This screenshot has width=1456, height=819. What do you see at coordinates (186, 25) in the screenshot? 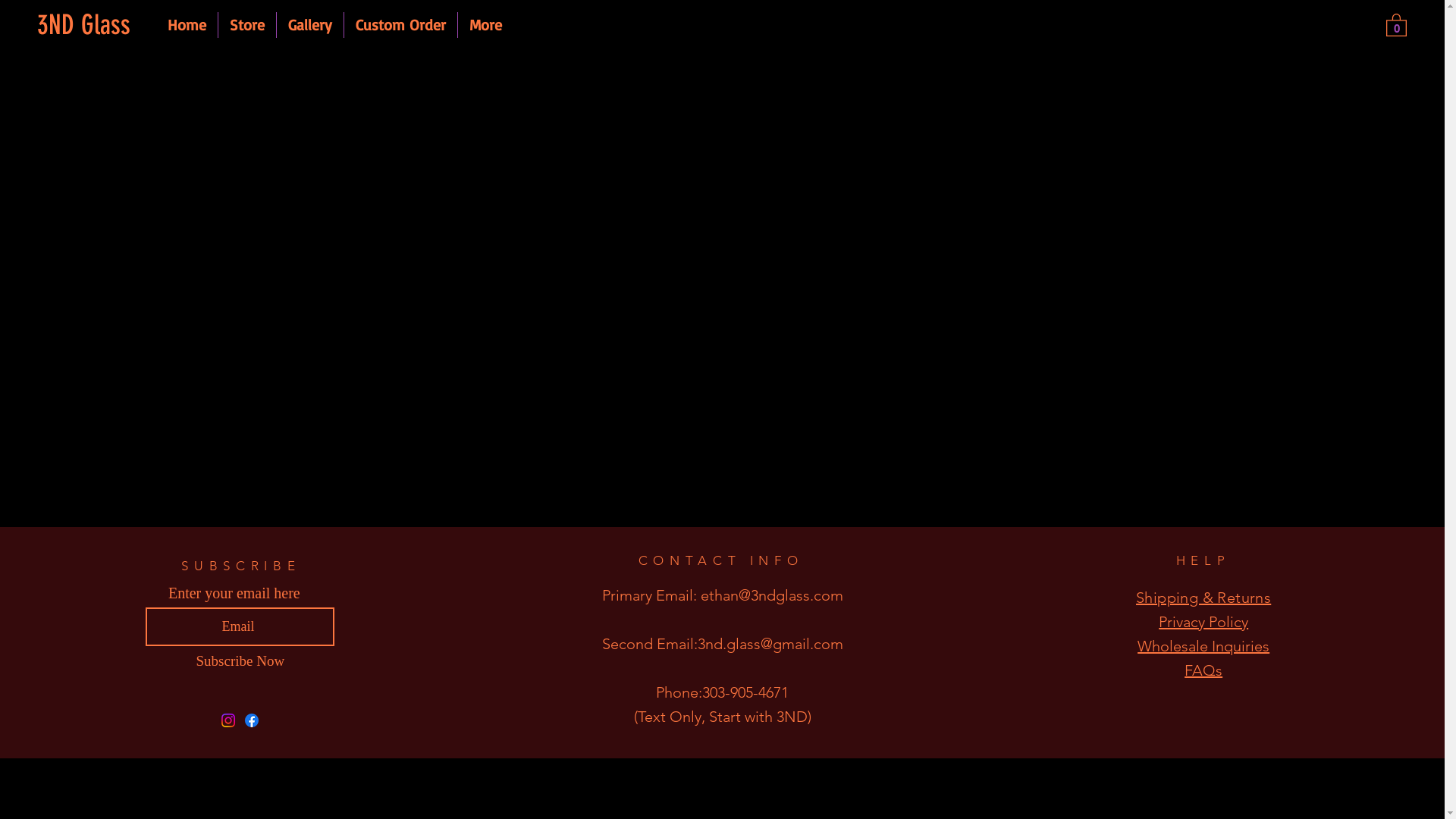
I see `'Home'` at bounding box center [186, 25].